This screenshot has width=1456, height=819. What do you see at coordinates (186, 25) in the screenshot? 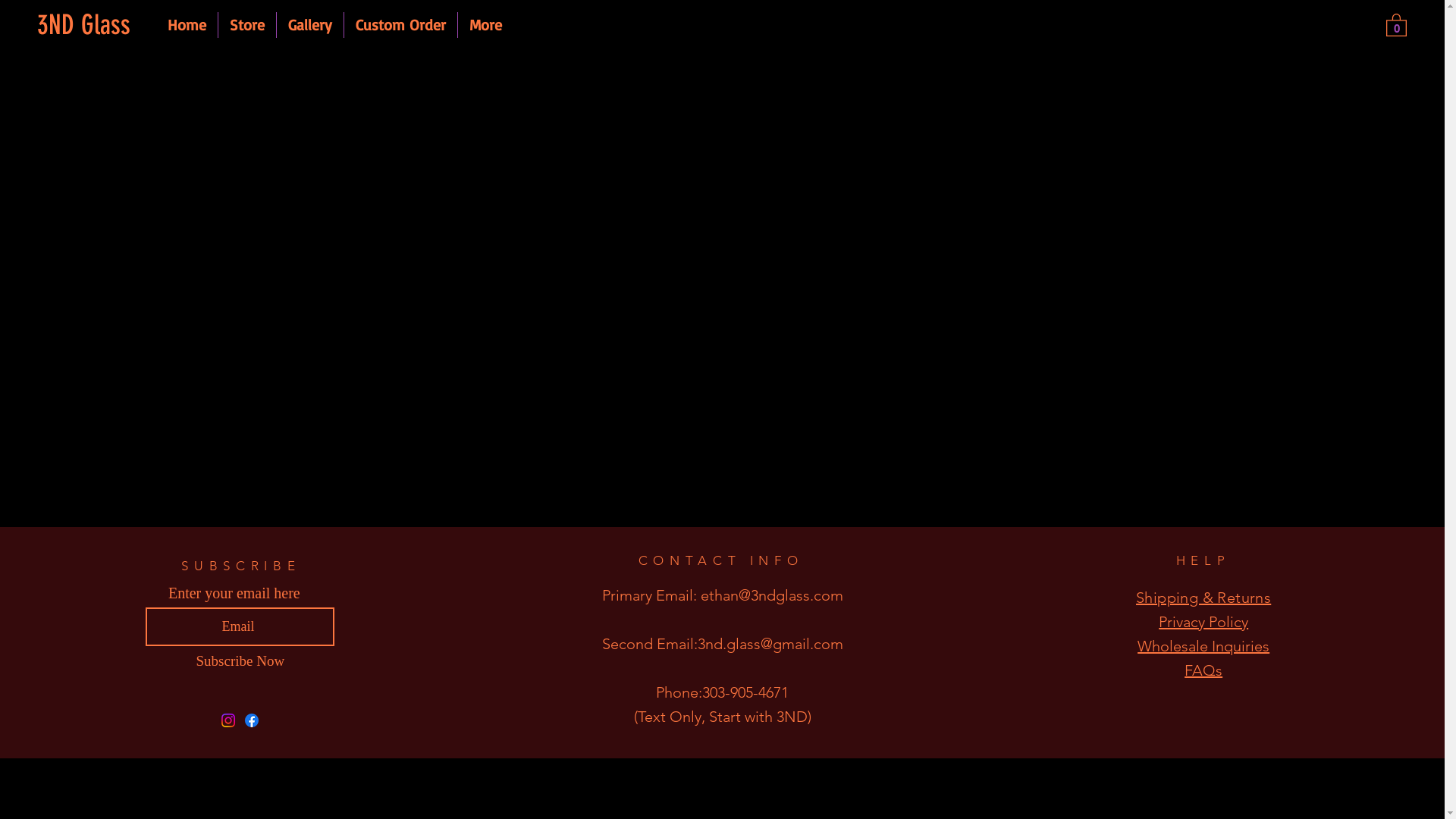
I see `'Home'` at bounding box center [186, 25].